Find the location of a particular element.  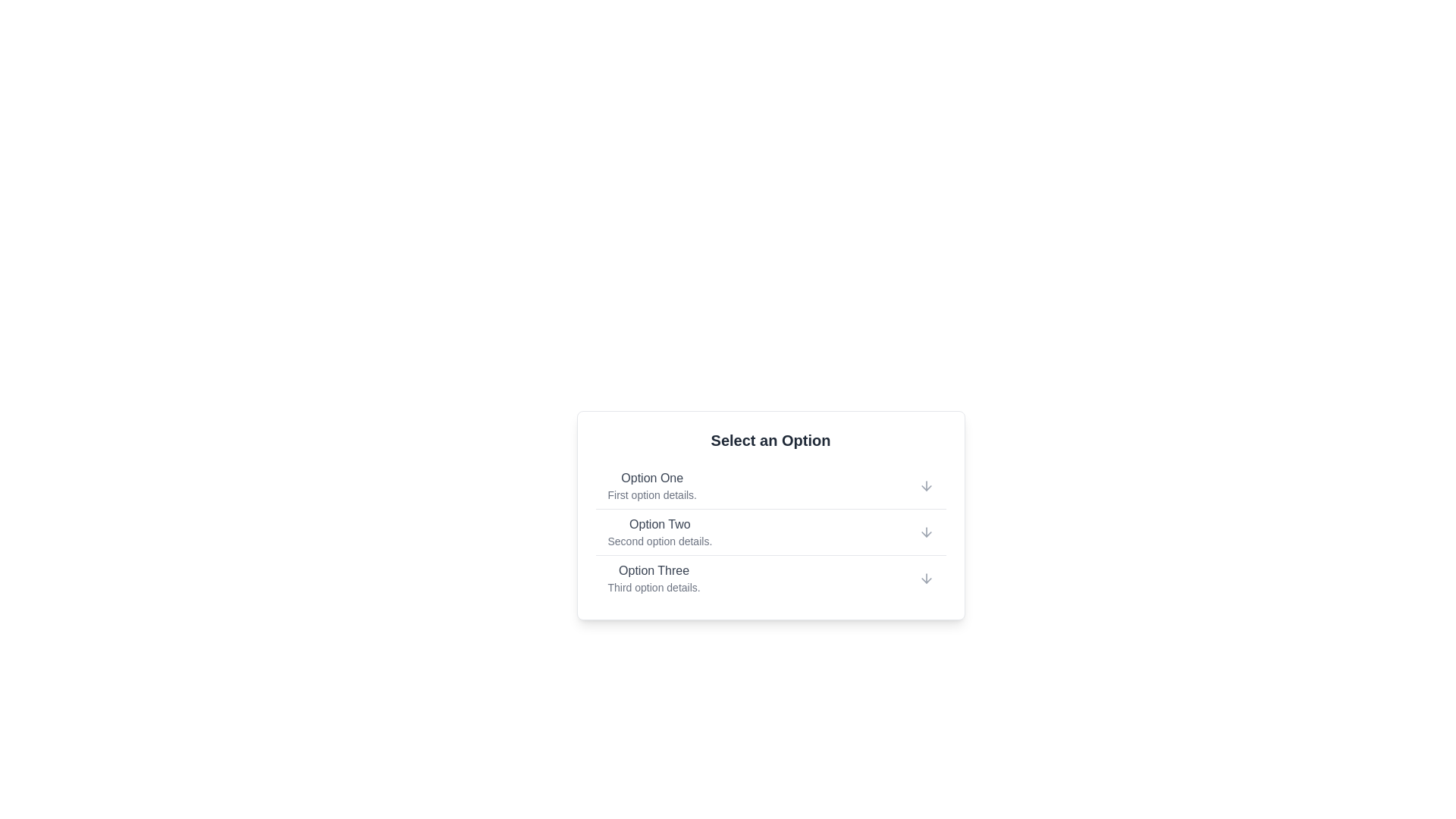

the arrow icon located on the far right side of the 'Option One' row to interact with it is located at coordinates (925, 485).